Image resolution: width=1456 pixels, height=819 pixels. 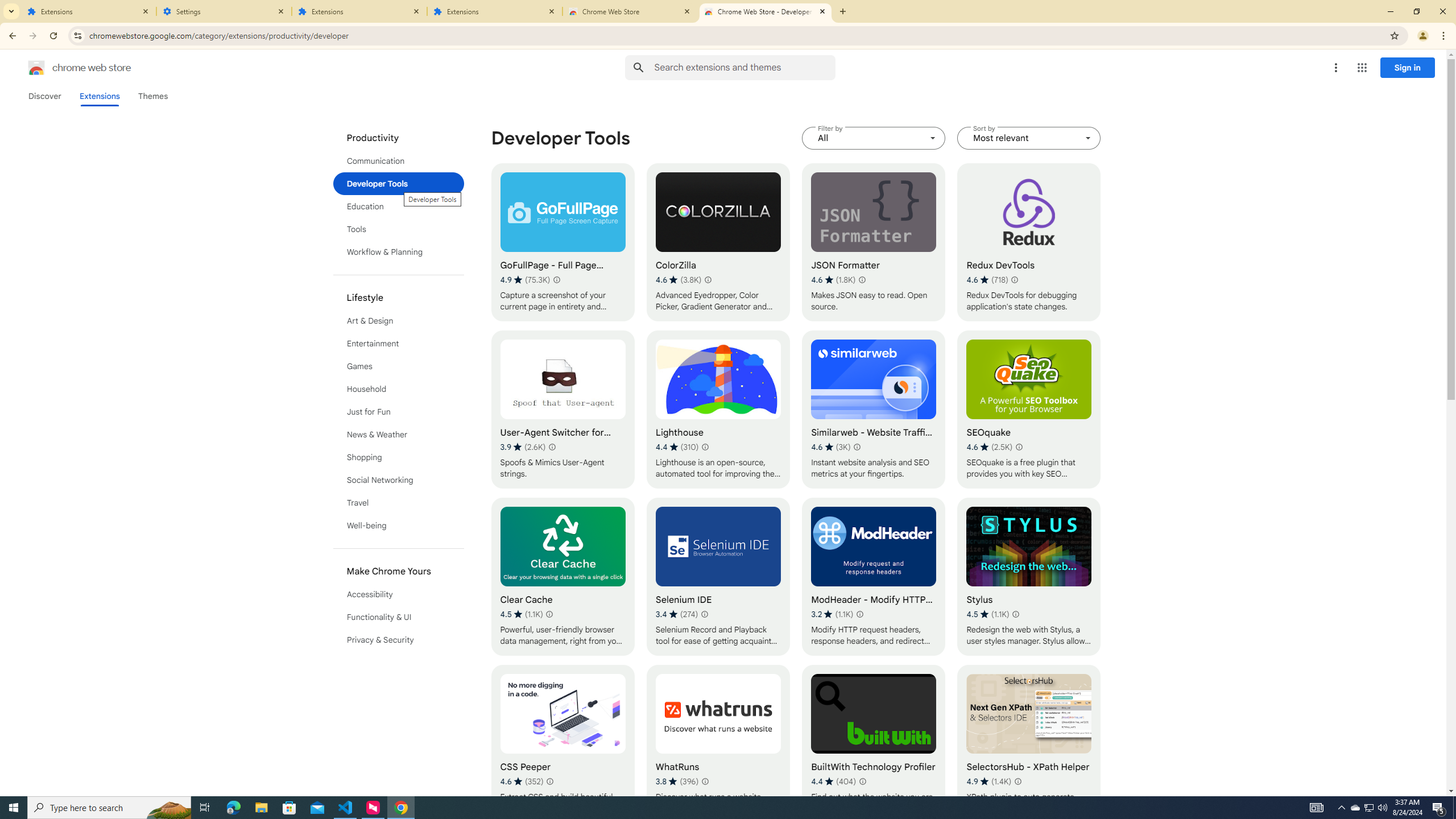 I want to click on 'Average rating 4.9 out of 5 stars. 75.3K ratings.', so click(x=524, y=279).